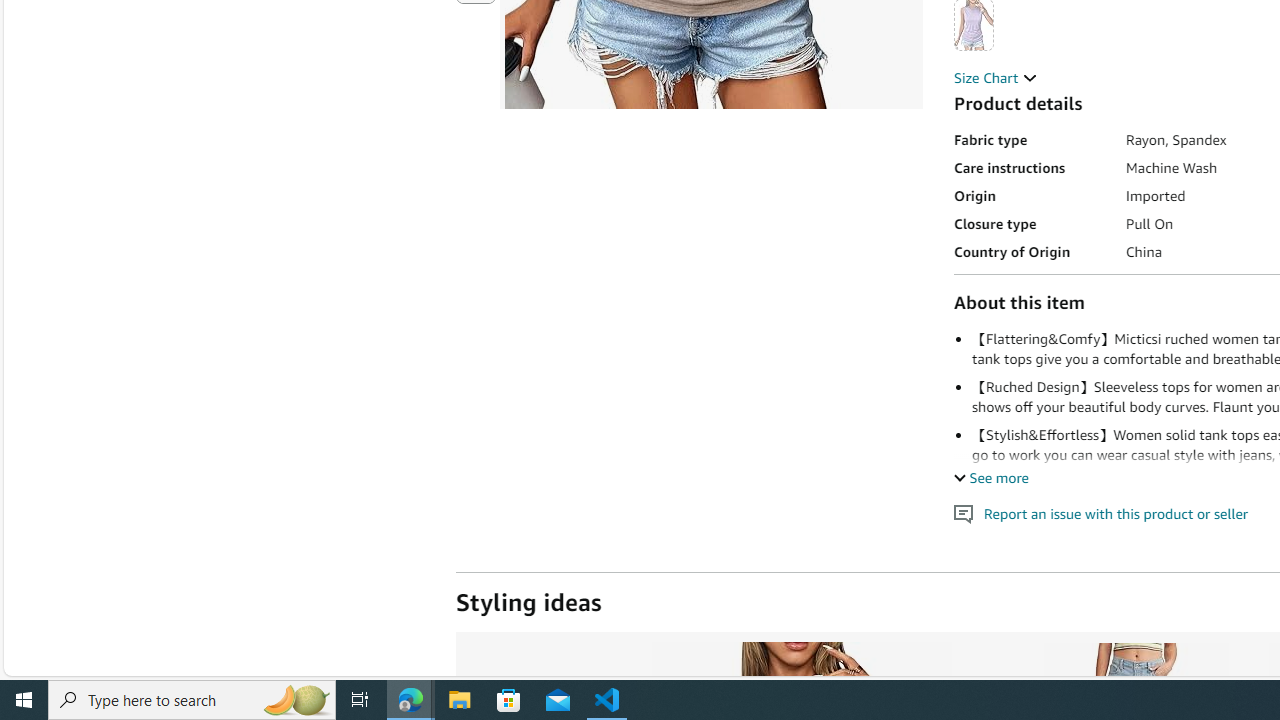  I want to click on 'Light Purple', so click(974, 24).